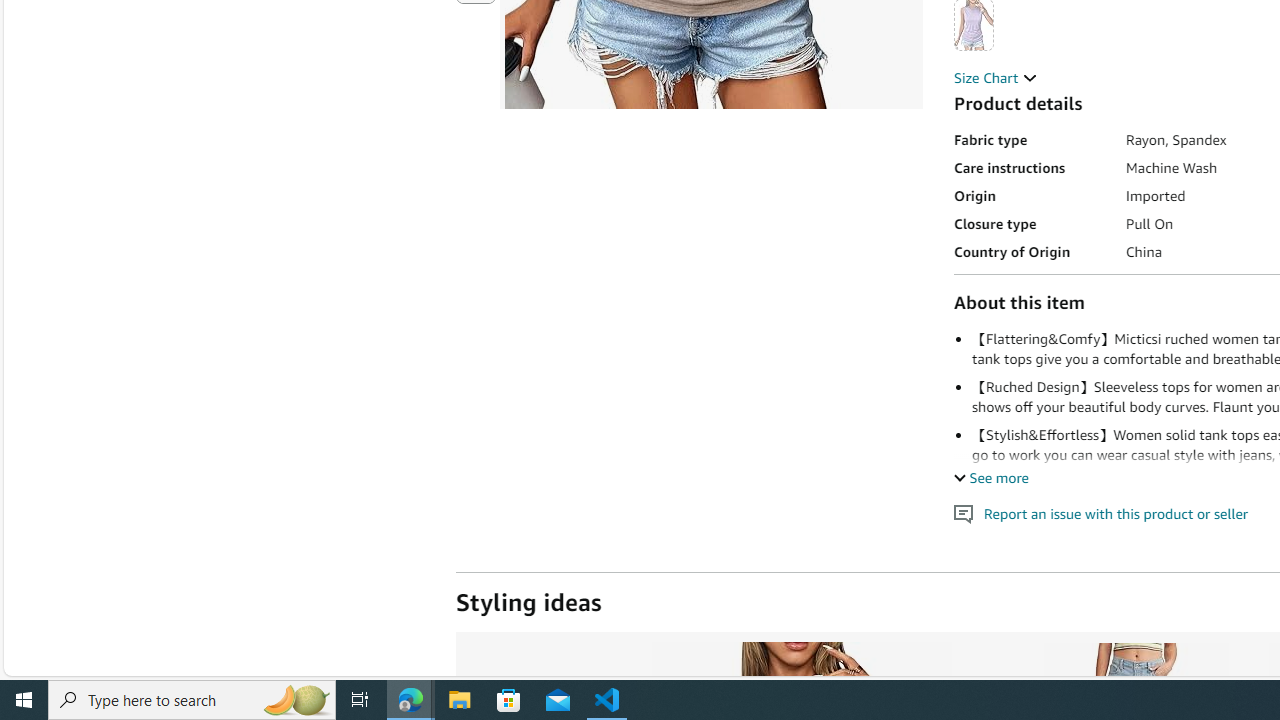  I want to click on 'Light Purple', so click(974, 24).